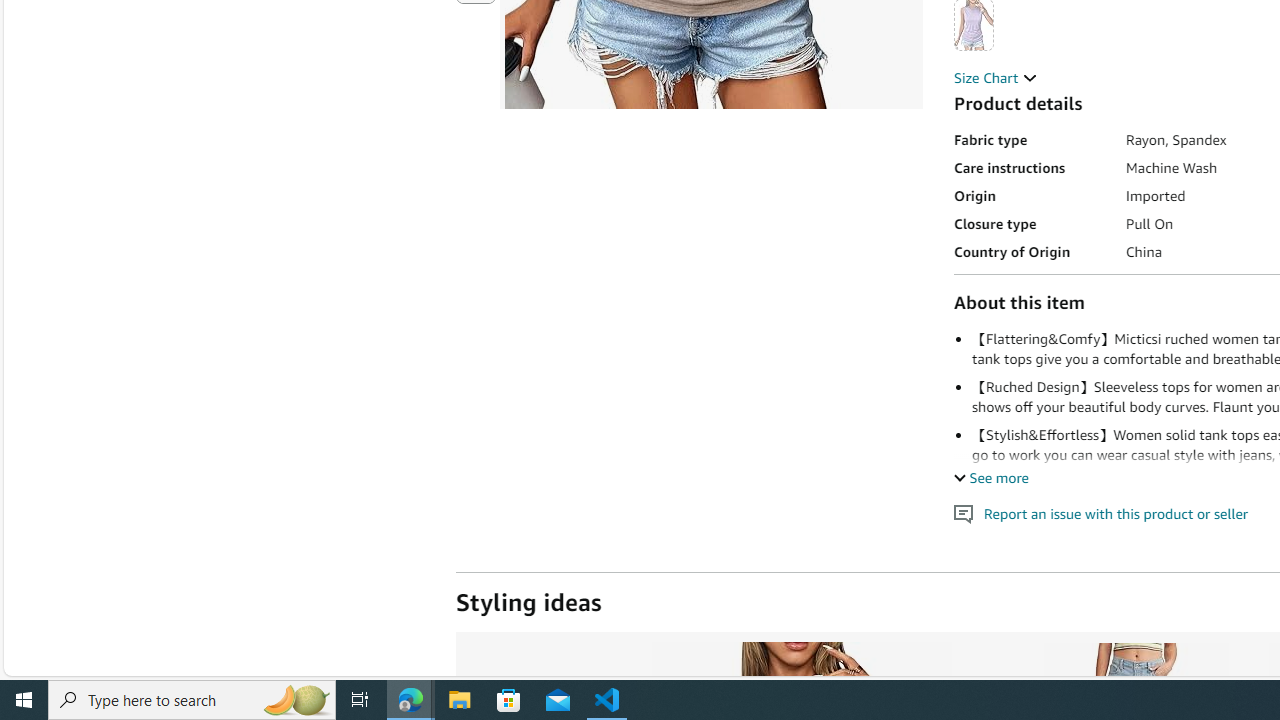  I want to click on 'Light Purple', so click(974, 24).